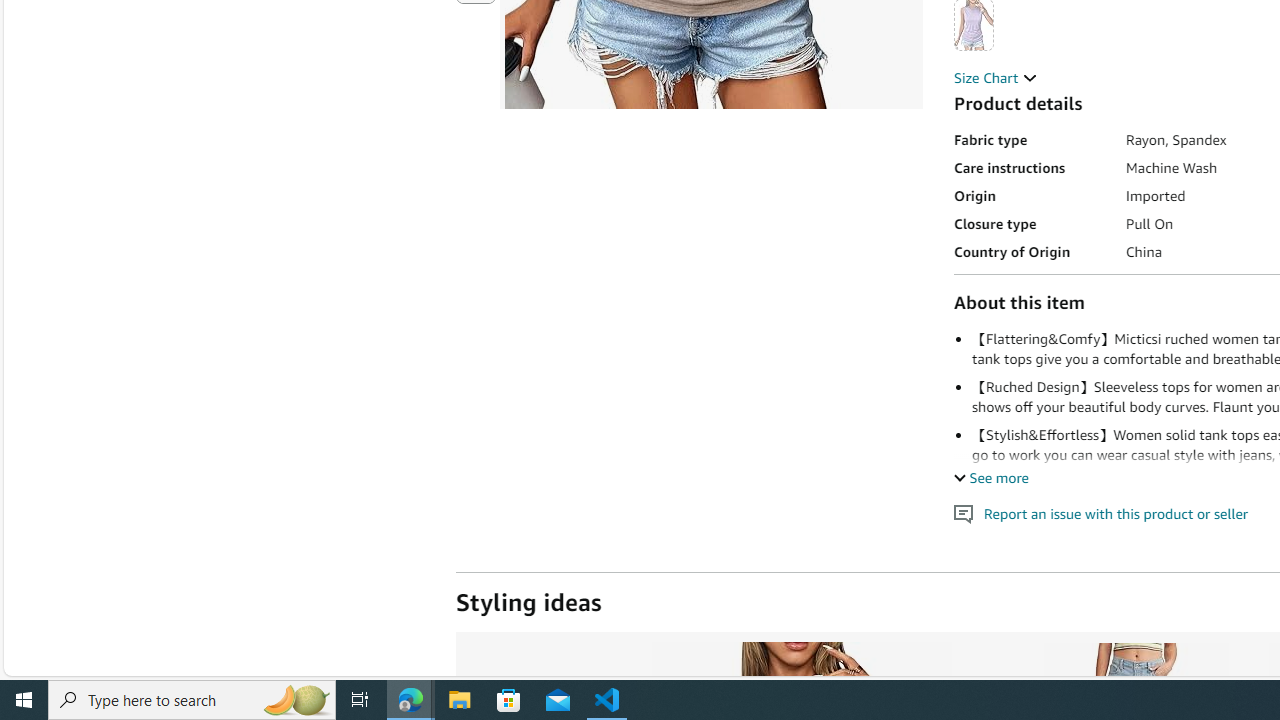  I want to click on 'Light Purple', so click(974, 24).